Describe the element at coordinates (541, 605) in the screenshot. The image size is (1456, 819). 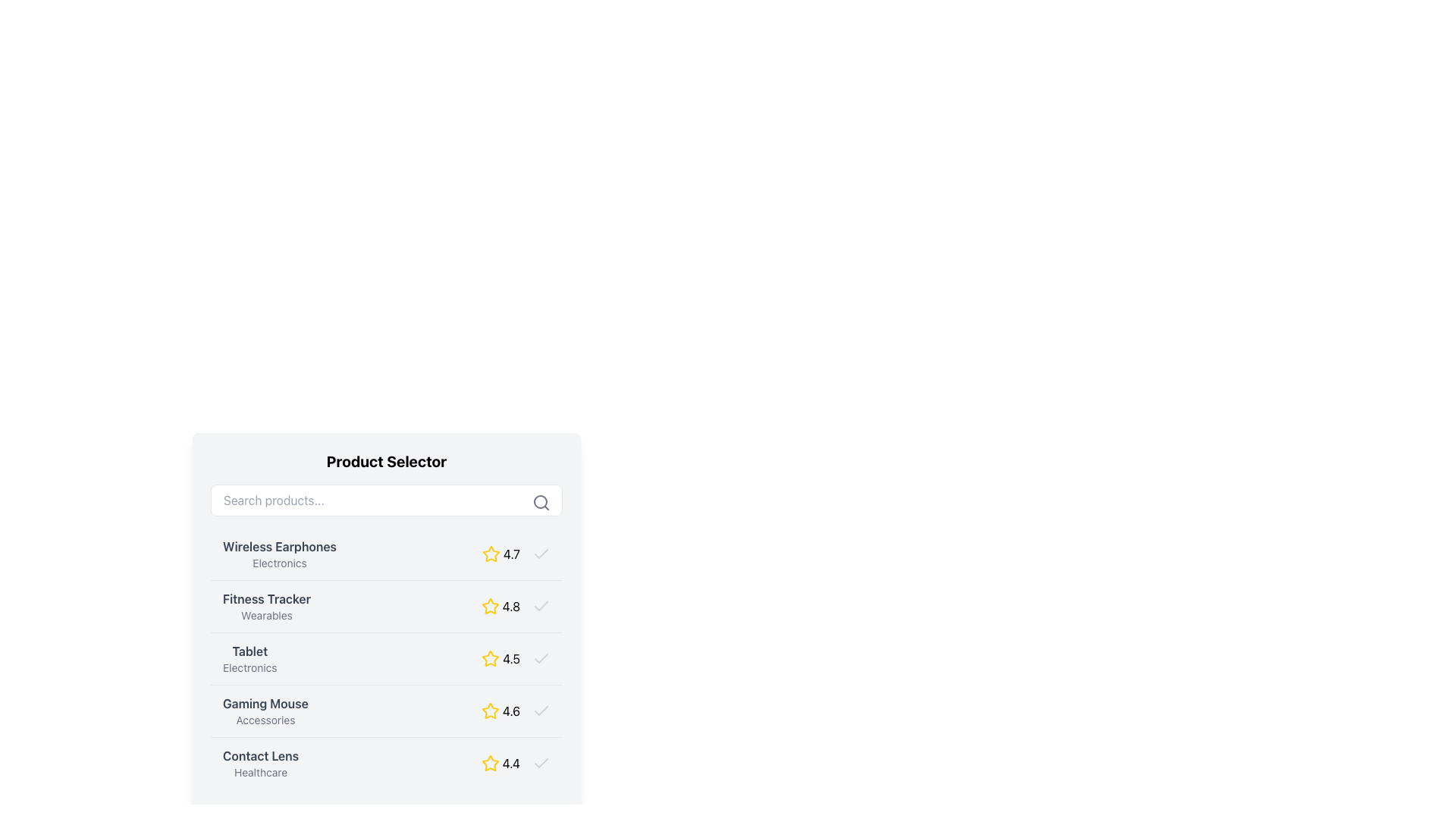
I see `the Small graphical icon (checkmark) indicating confirmation for the 'Fitness Tracker' product by using keyboard navigation` at that location.